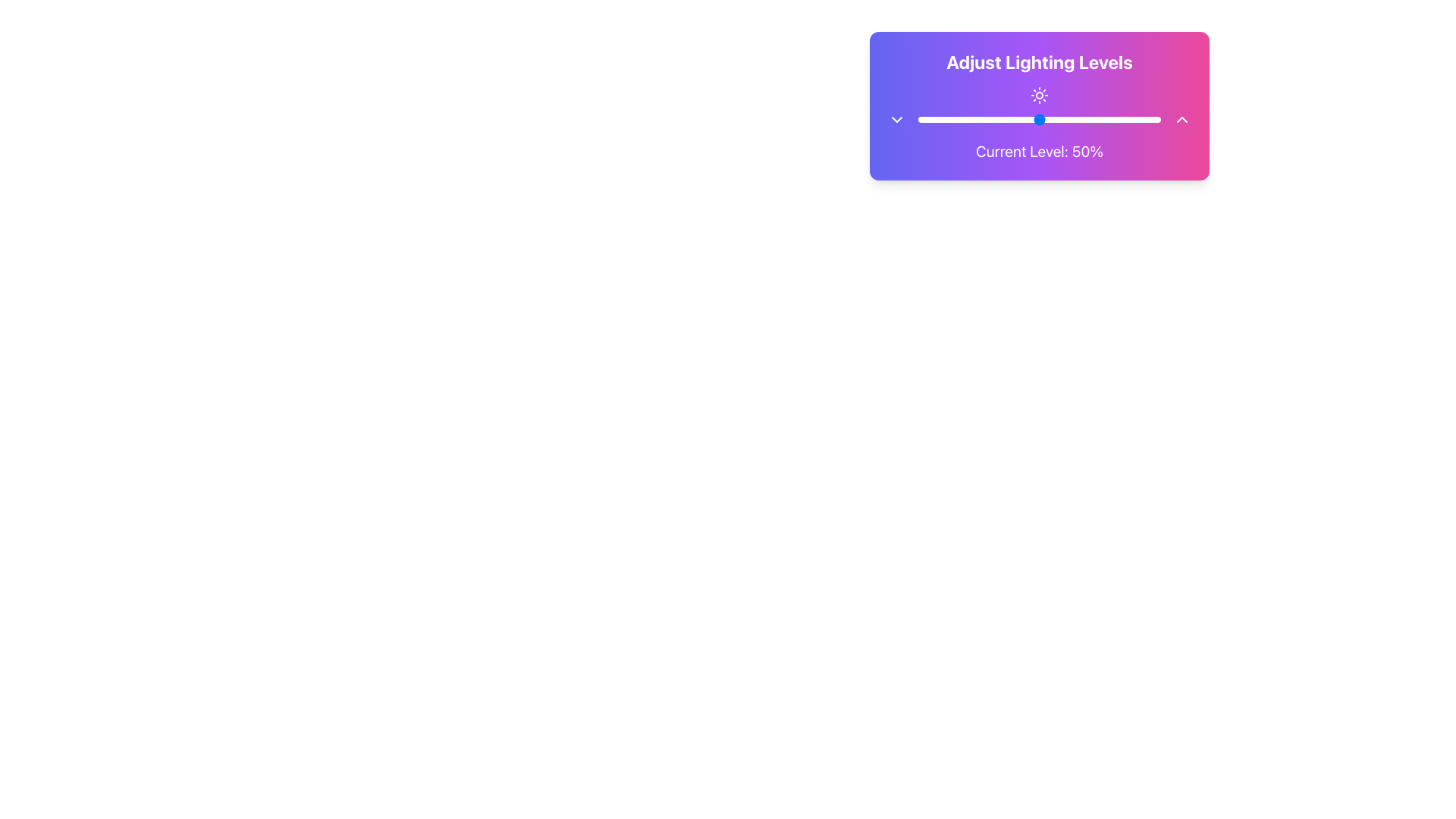 This screenshot has height=819, width=1456. What do you see at coordinates (1046, 119) in the screenshot?
I see `the lighting level` at bounding box center [1046, 119].